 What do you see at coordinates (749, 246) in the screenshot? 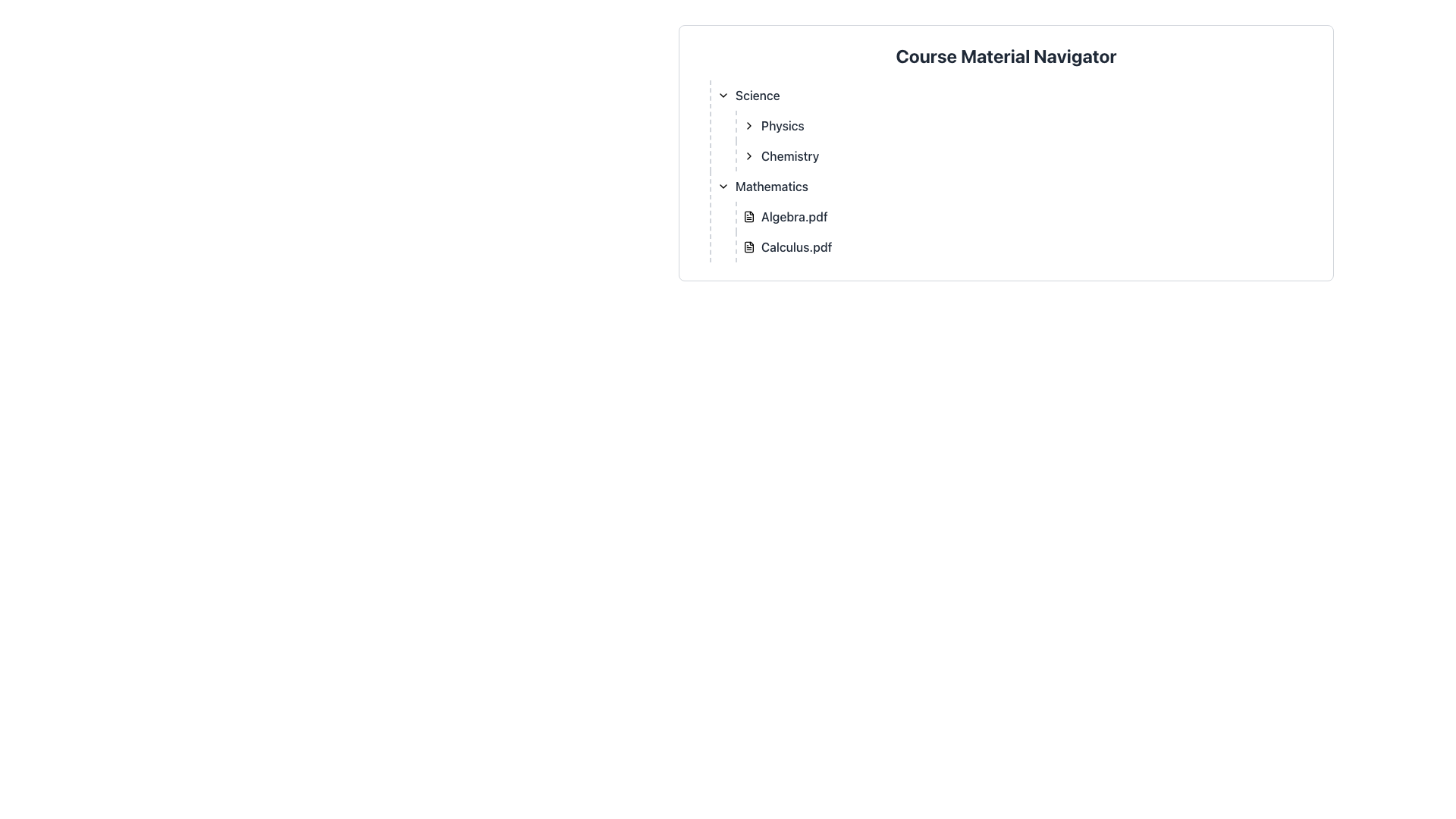
I see `the SVG-based icon resembling a file or document next to the text 'Calculus.pdf' in the 'Mathematics' section of the Course Material Navigator` at bounding box center [749, 246].